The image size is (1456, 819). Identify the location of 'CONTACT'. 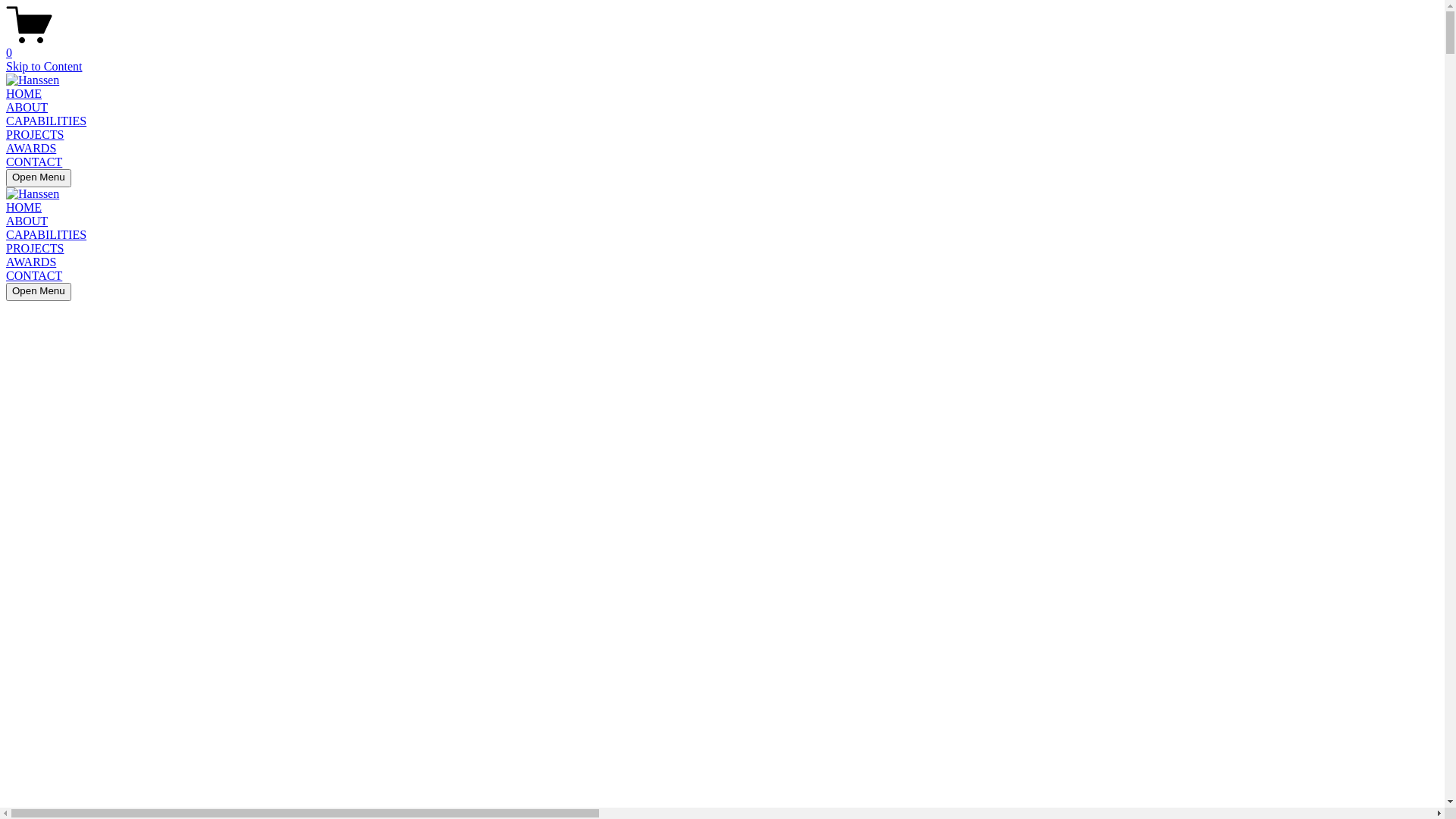
(6, 275).